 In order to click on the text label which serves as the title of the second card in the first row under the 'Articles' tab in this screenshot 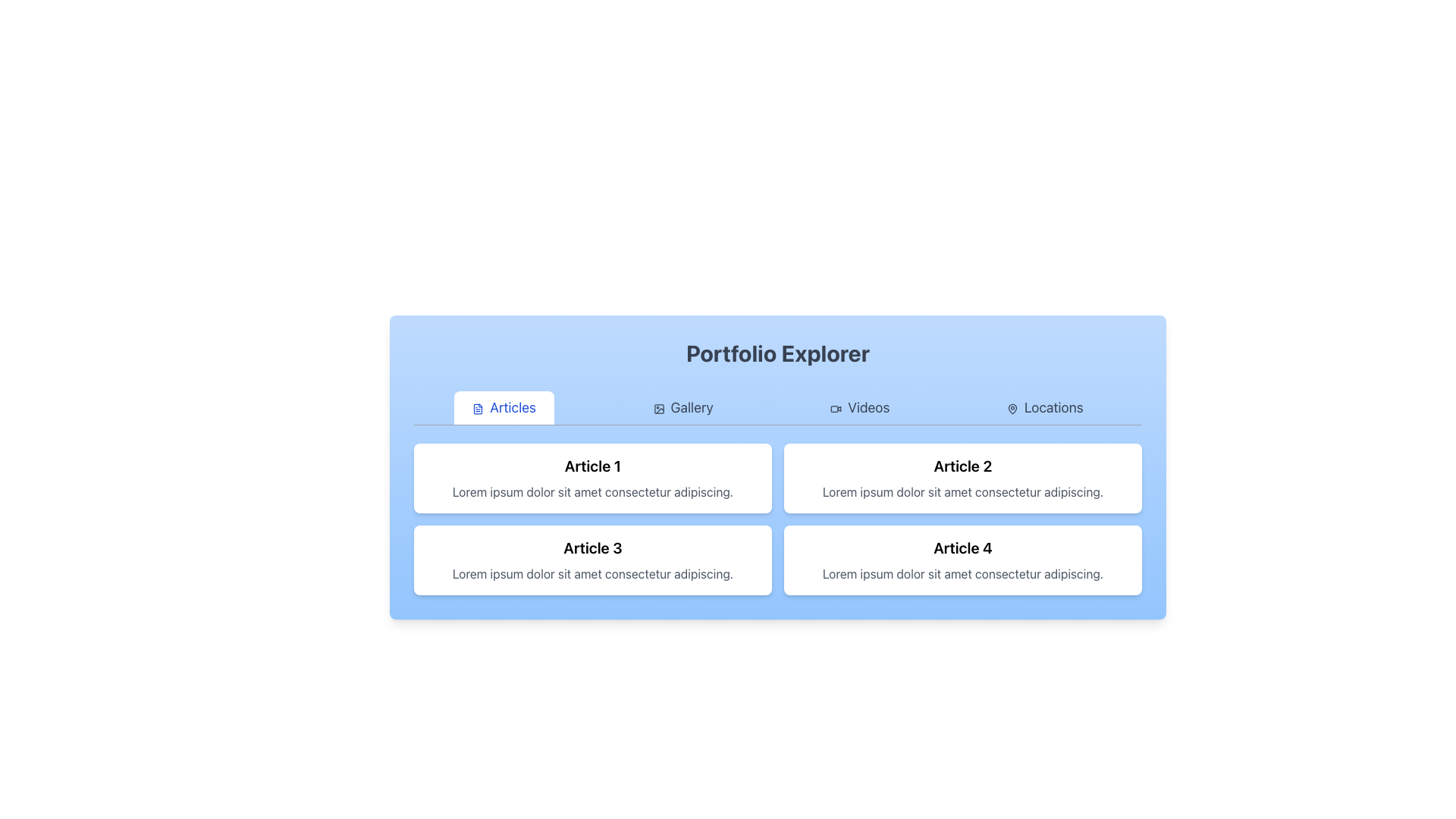, I will do `click(962, 465)`.